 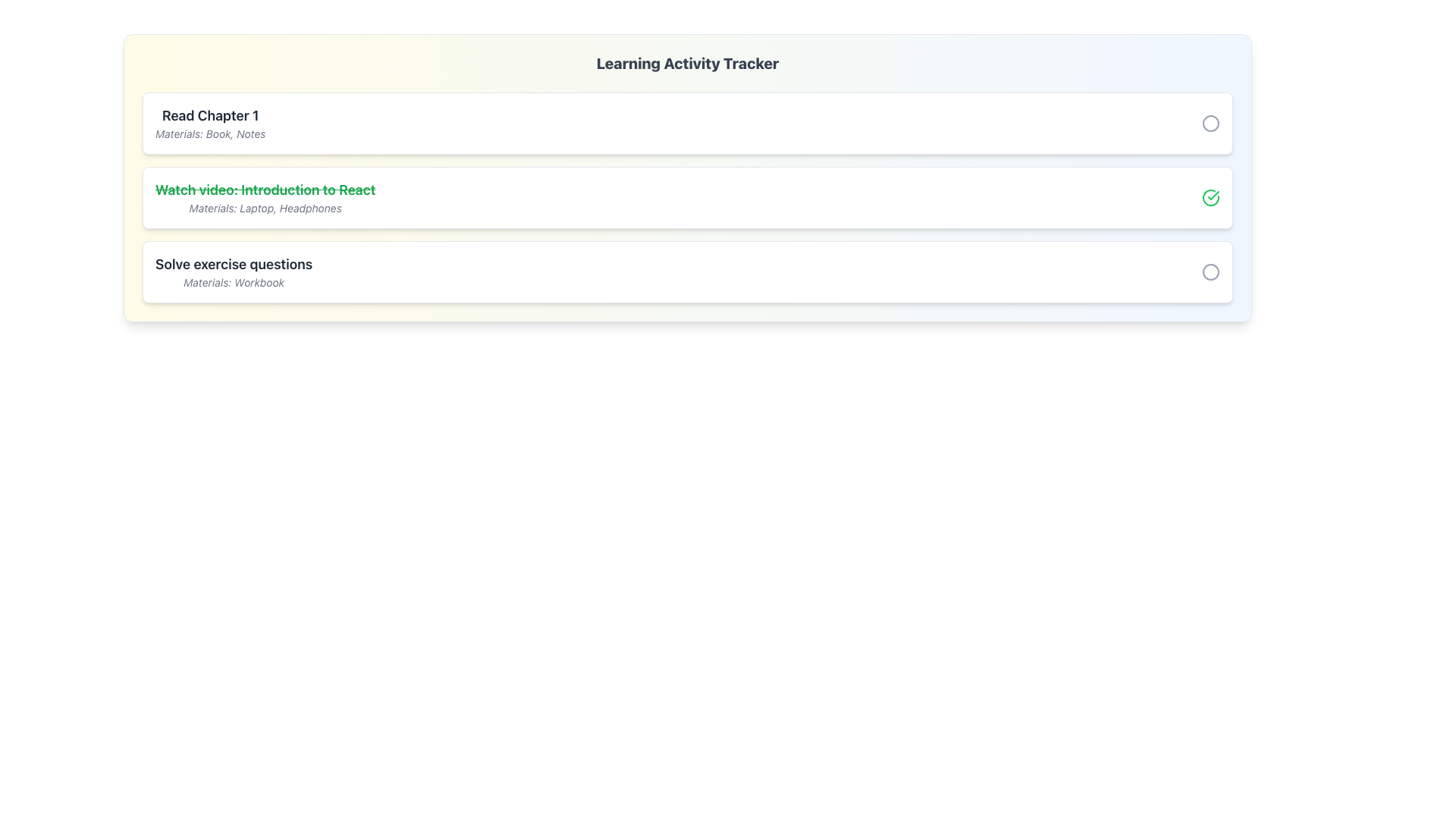 I want to click on the rightmost icon in the 'Read Chapter 1' row of the 'Learning Activity Tracker' to indicate the completion status, so click(x=1210, y=122).